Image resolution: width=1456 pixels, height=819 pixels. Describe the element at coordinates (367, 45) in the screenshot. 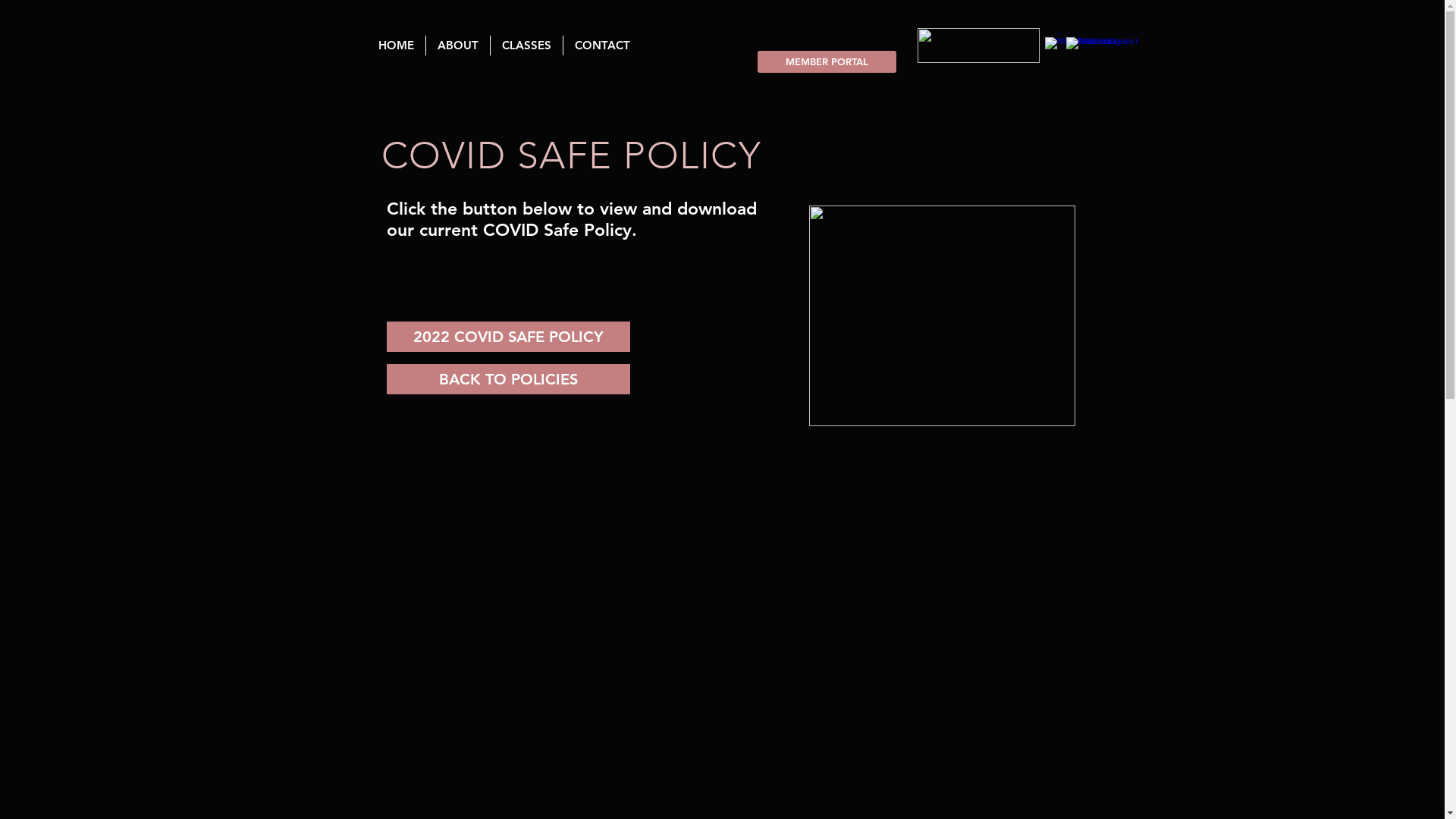

I see `'HOME'` at that location.